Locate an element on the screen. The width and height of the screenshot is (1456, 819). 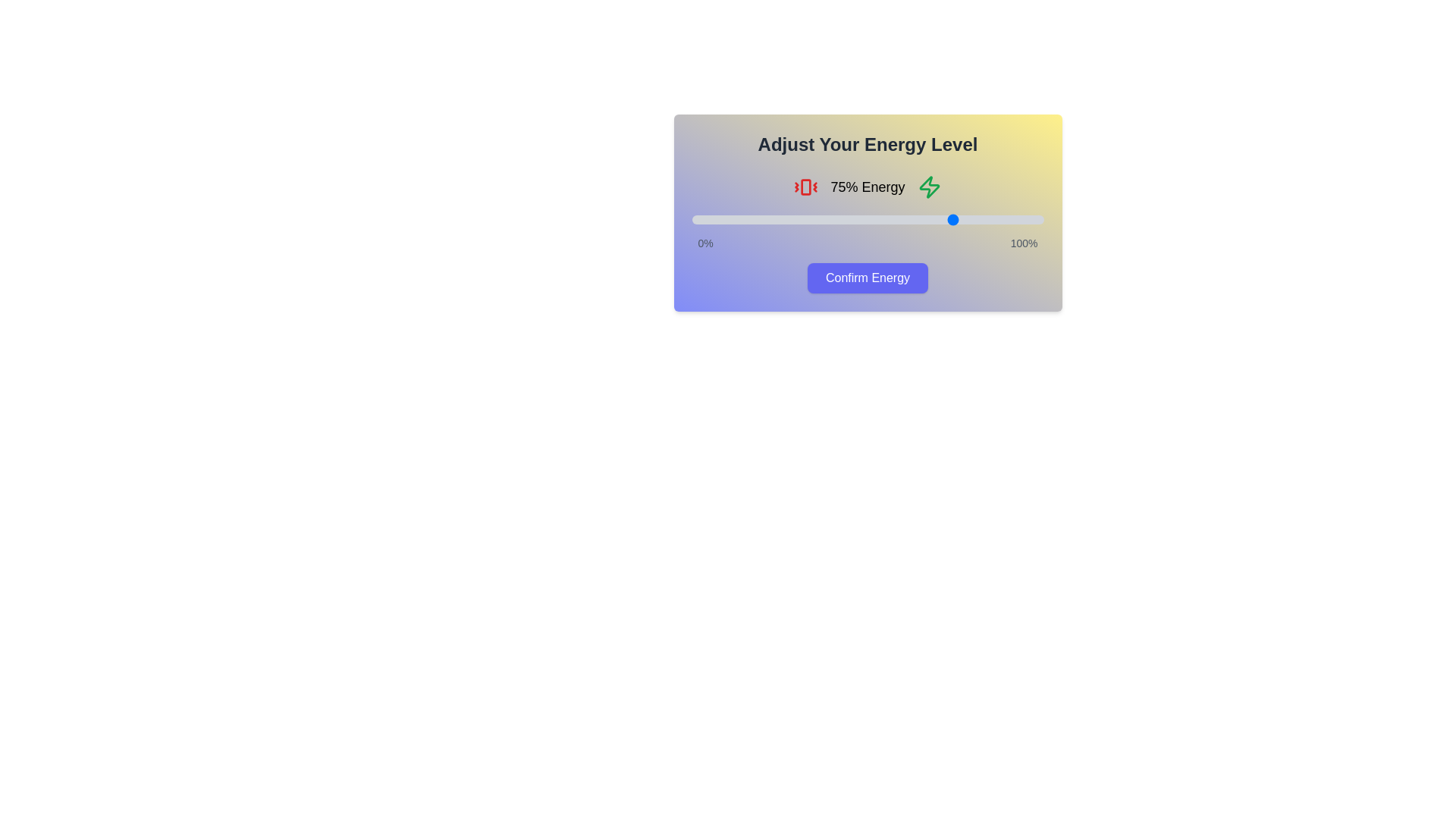
'Confirm Energy' button is located at coordinates (868, 278).